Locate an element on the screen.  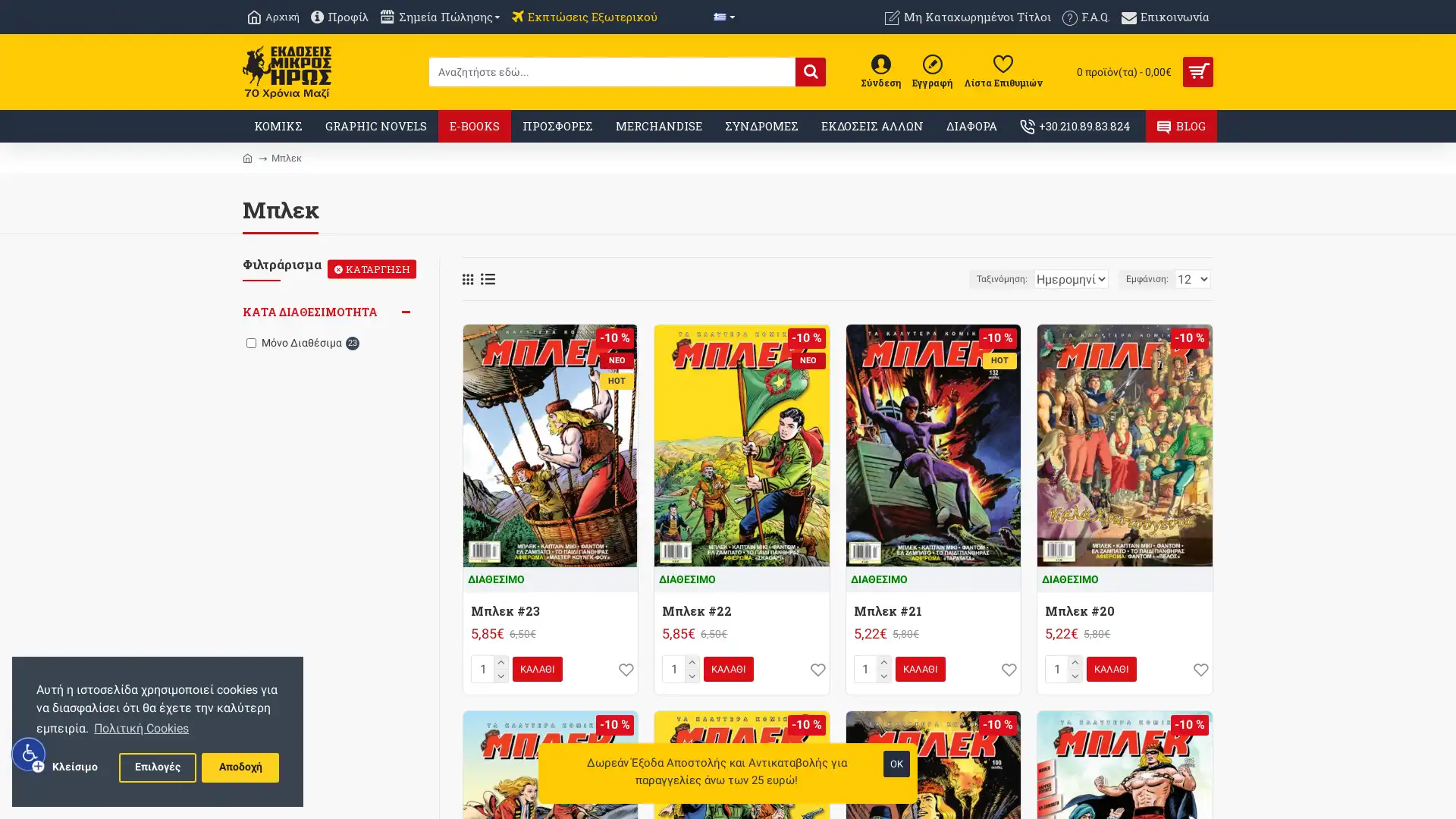
settings cookies is located at coordinates (157, 767).